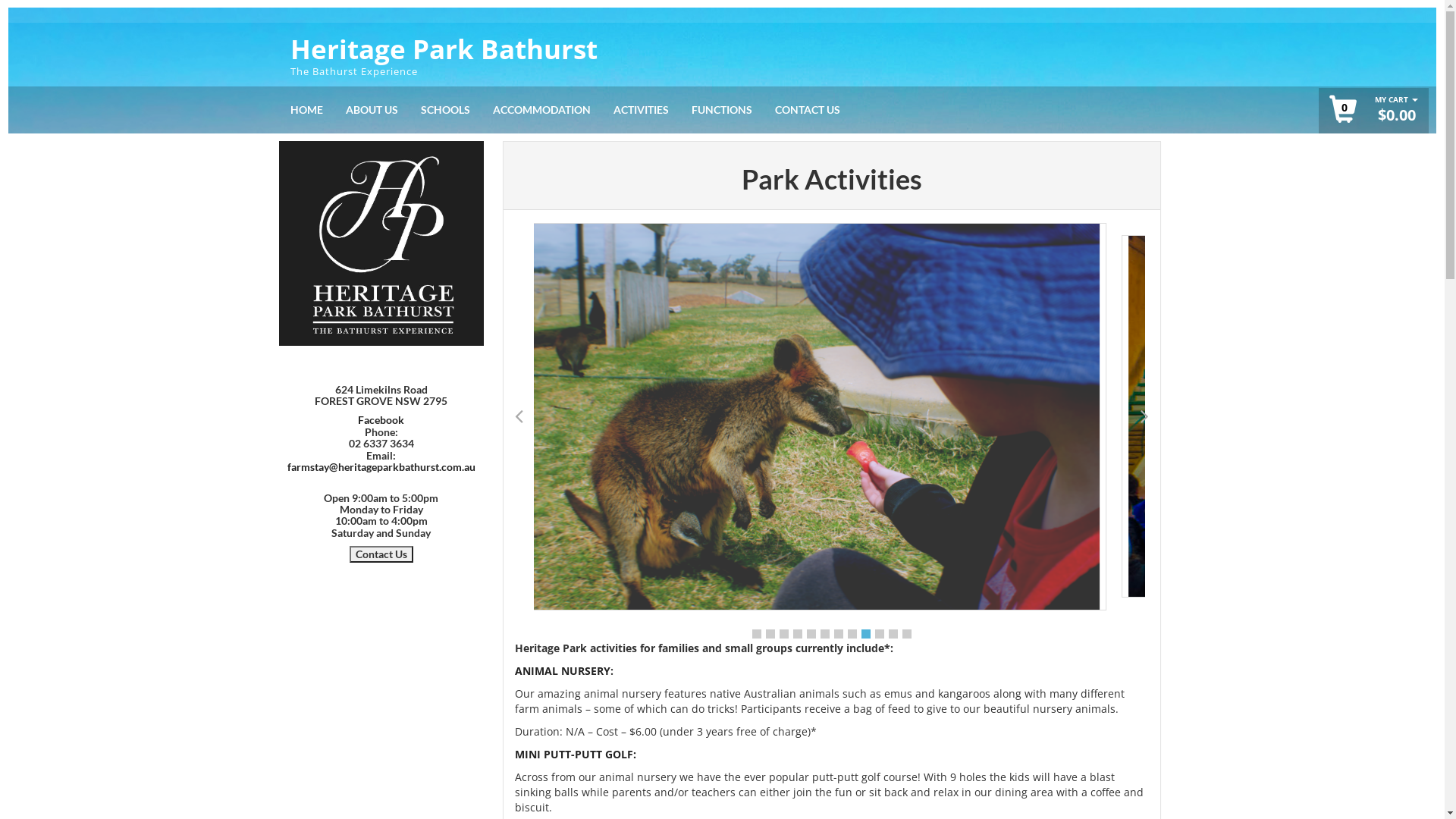 The height and width of the screenshot is (819, 1456). Describe the element at coordinates (770, 634) in the screenshot. I see `'2'` at that location.